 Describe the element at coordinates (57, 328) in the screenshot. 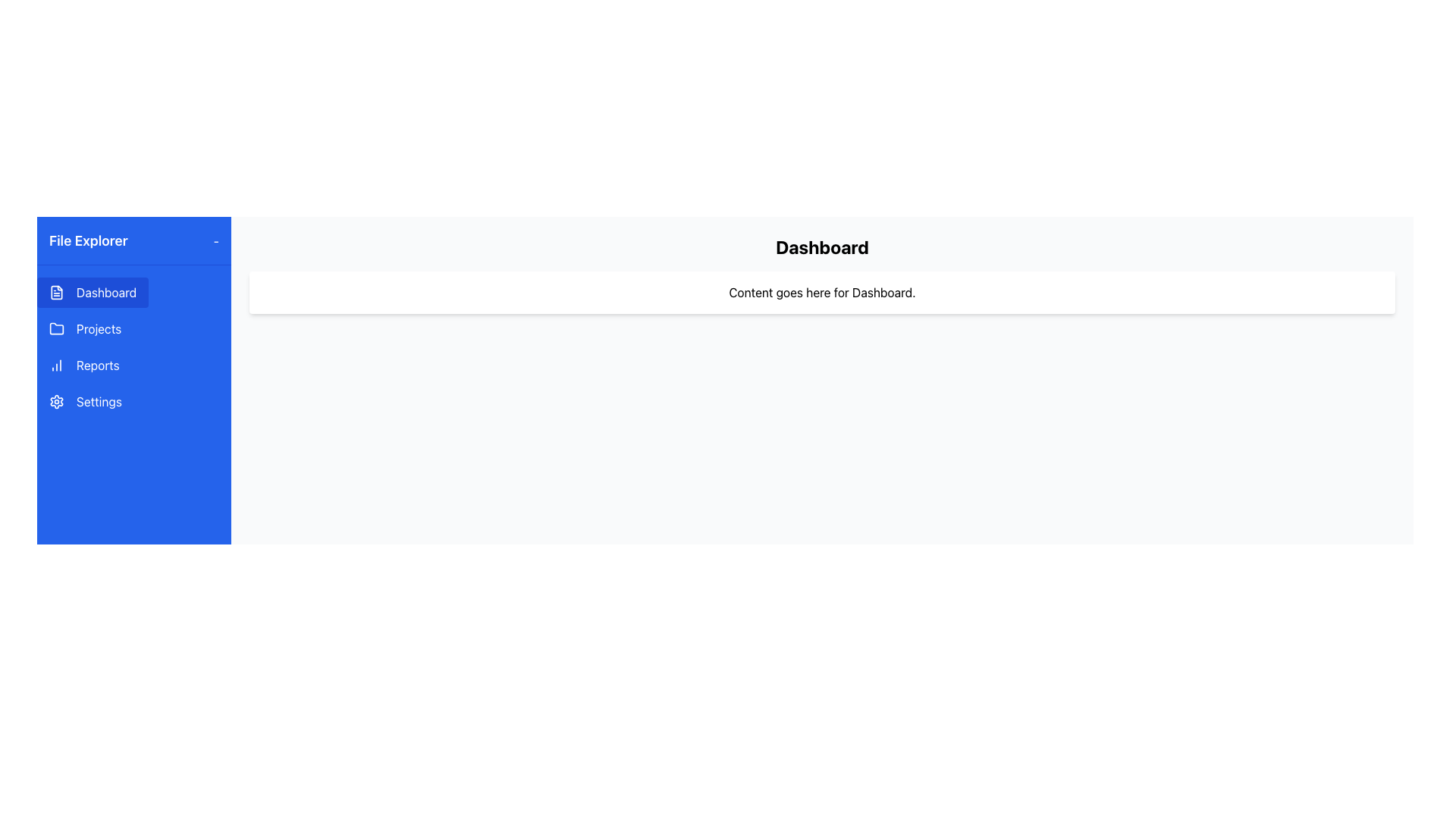

I see `the folder icon with a blue background, which is positioned to the left of the 'Projects' text in the sidebar menu` at that location.